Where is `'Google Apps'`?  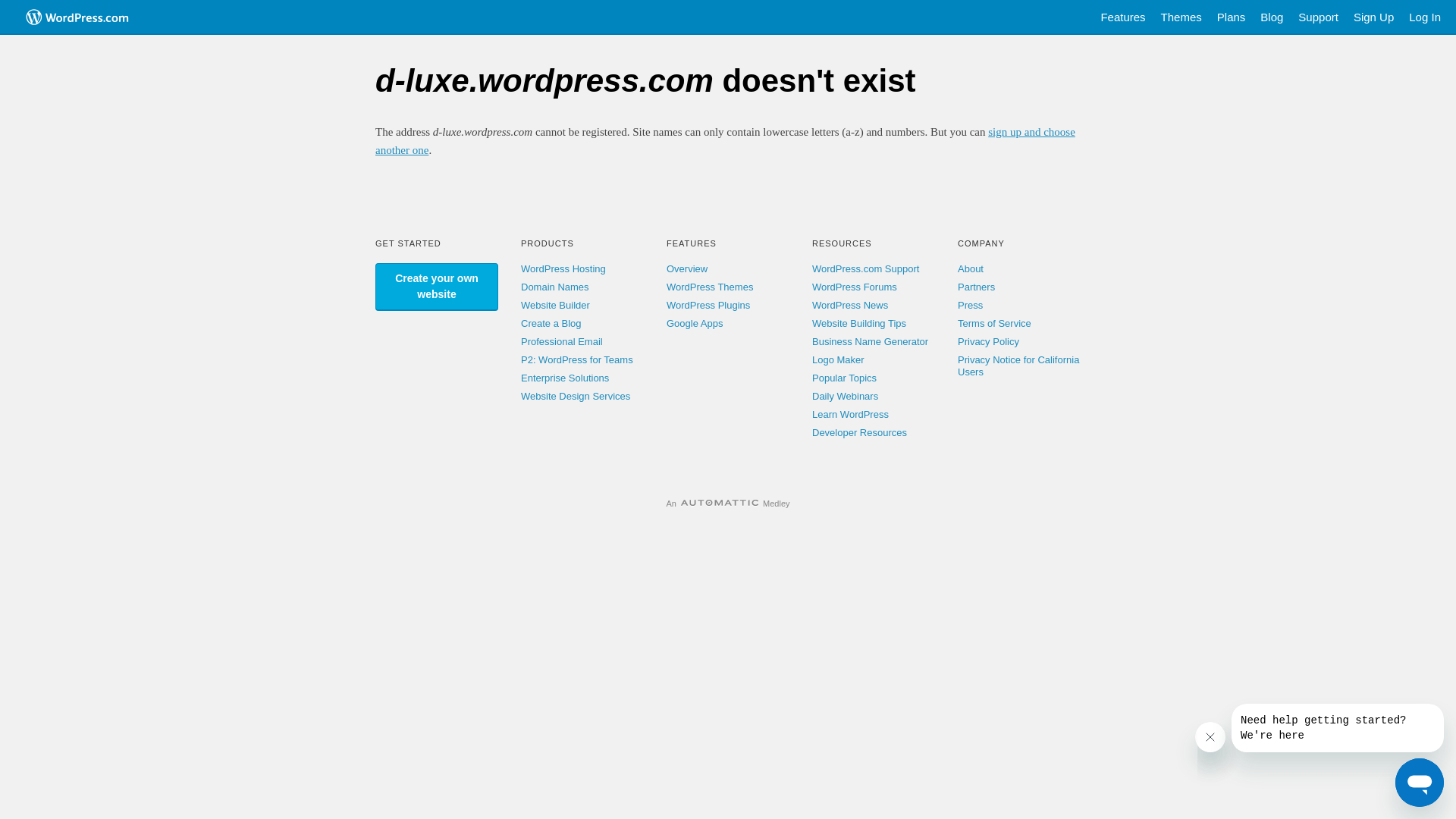 'Google Apps' is located at coordinates (666, 322).